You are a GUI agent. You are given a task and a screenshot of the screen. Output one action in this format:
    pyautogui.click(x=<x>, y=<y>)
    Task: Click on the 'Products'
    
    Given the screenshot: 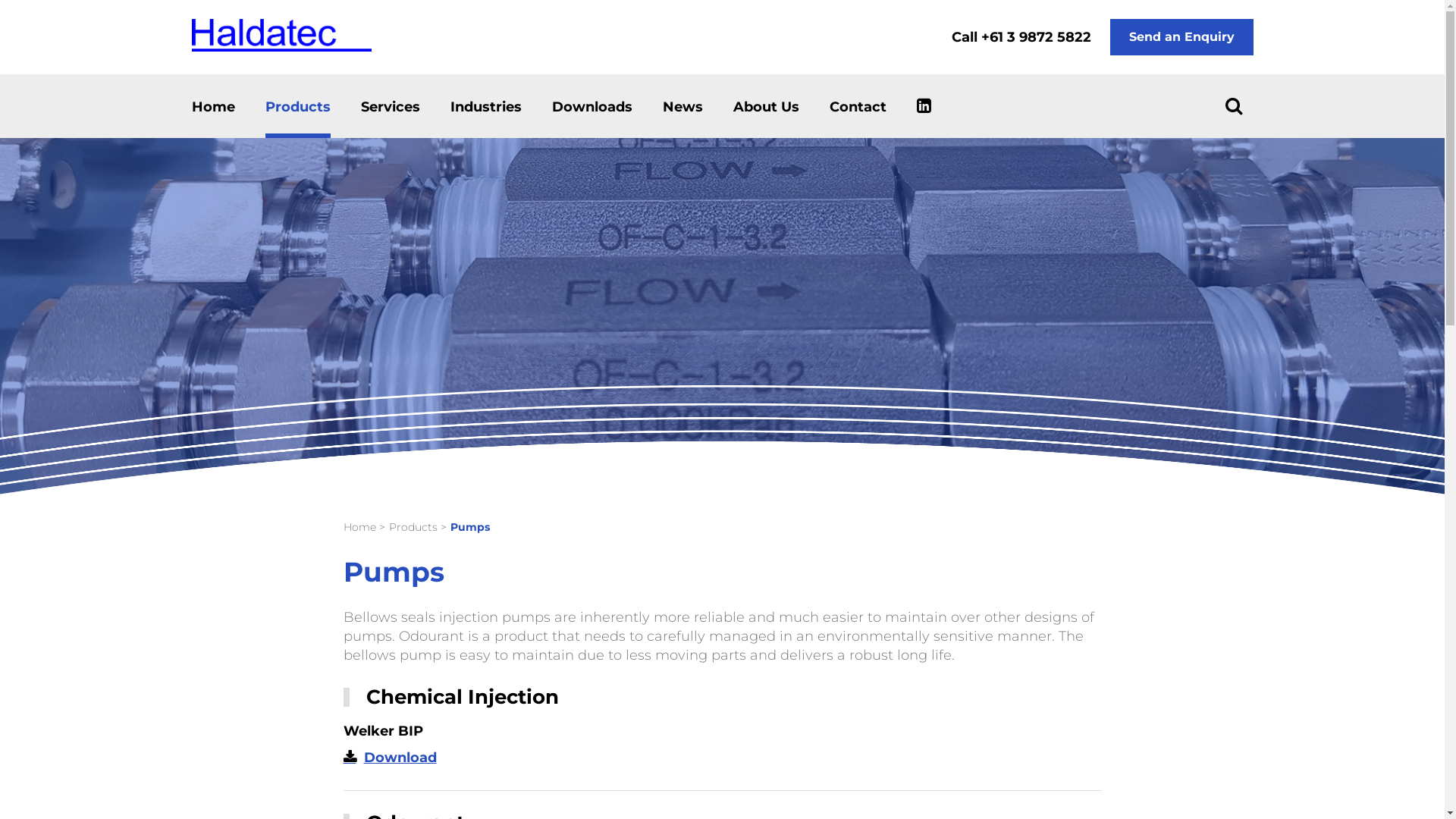 What is the action you would take?
    pyautogui.click(x=265, y=106)
    